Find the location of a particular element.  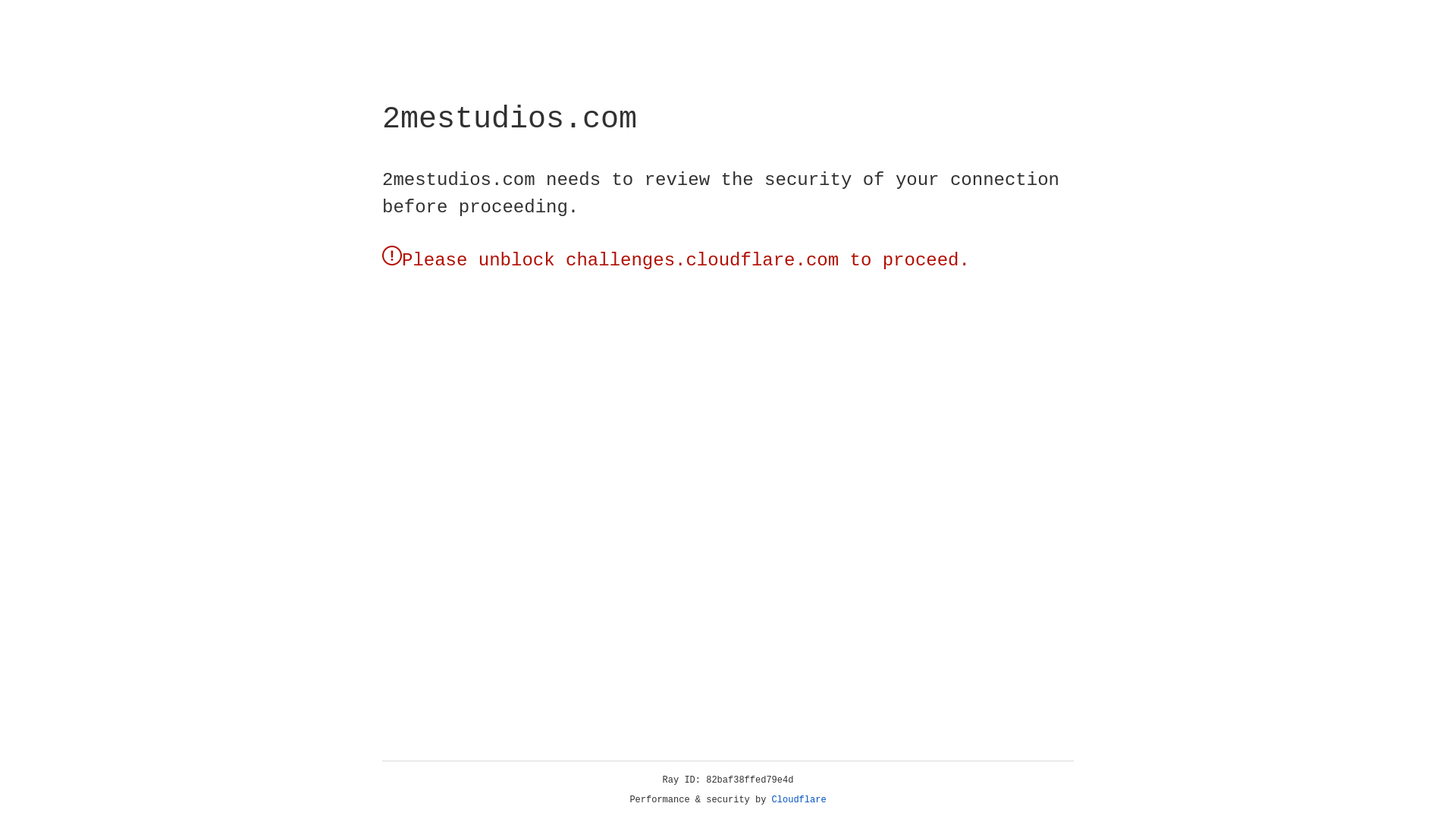

'Cloudflare' is located at coordinates (771, 799).